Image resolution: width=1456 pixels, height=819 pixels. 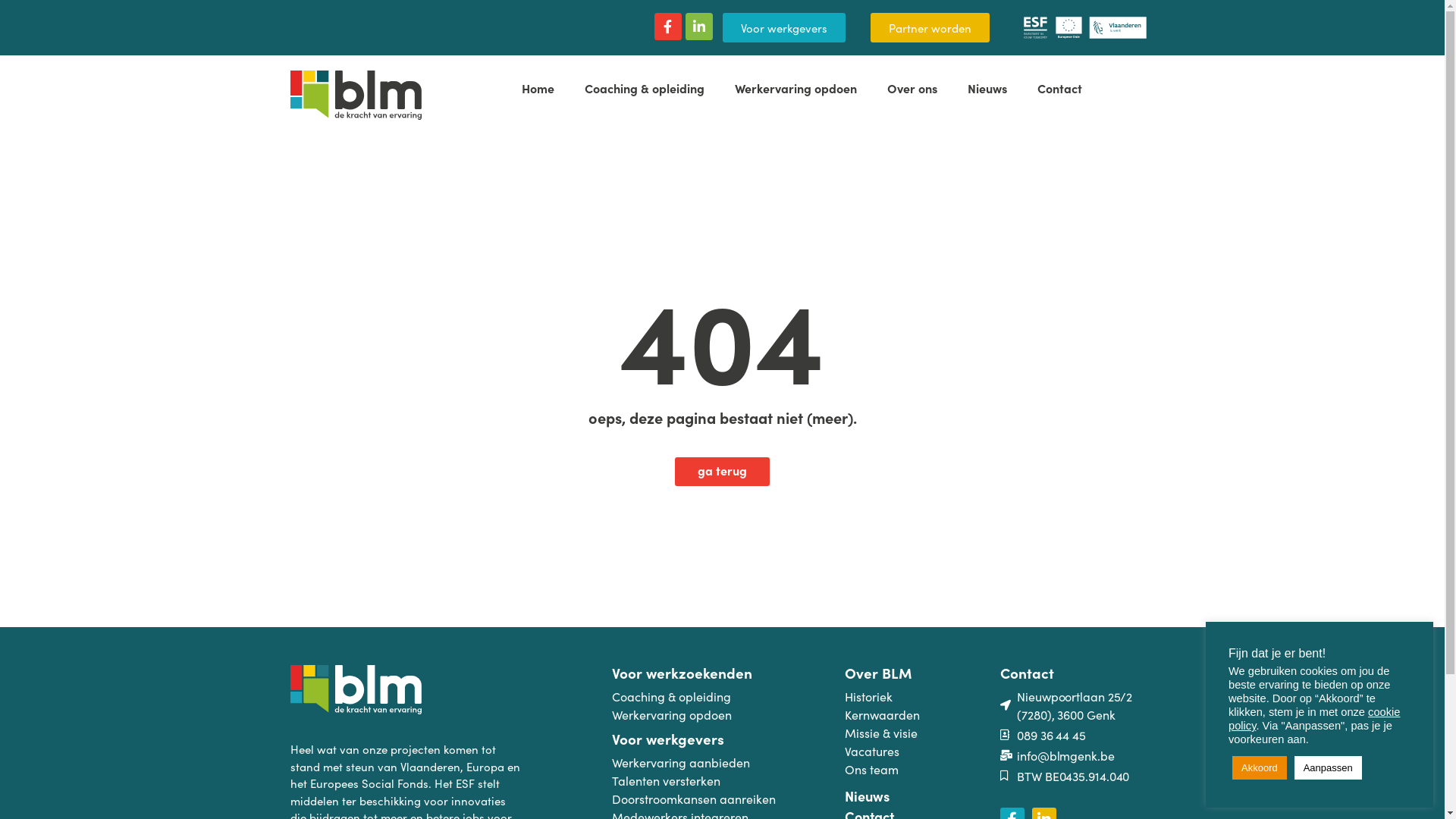 I want to click on 'Aanpassen', so click(x=1327, y=767).